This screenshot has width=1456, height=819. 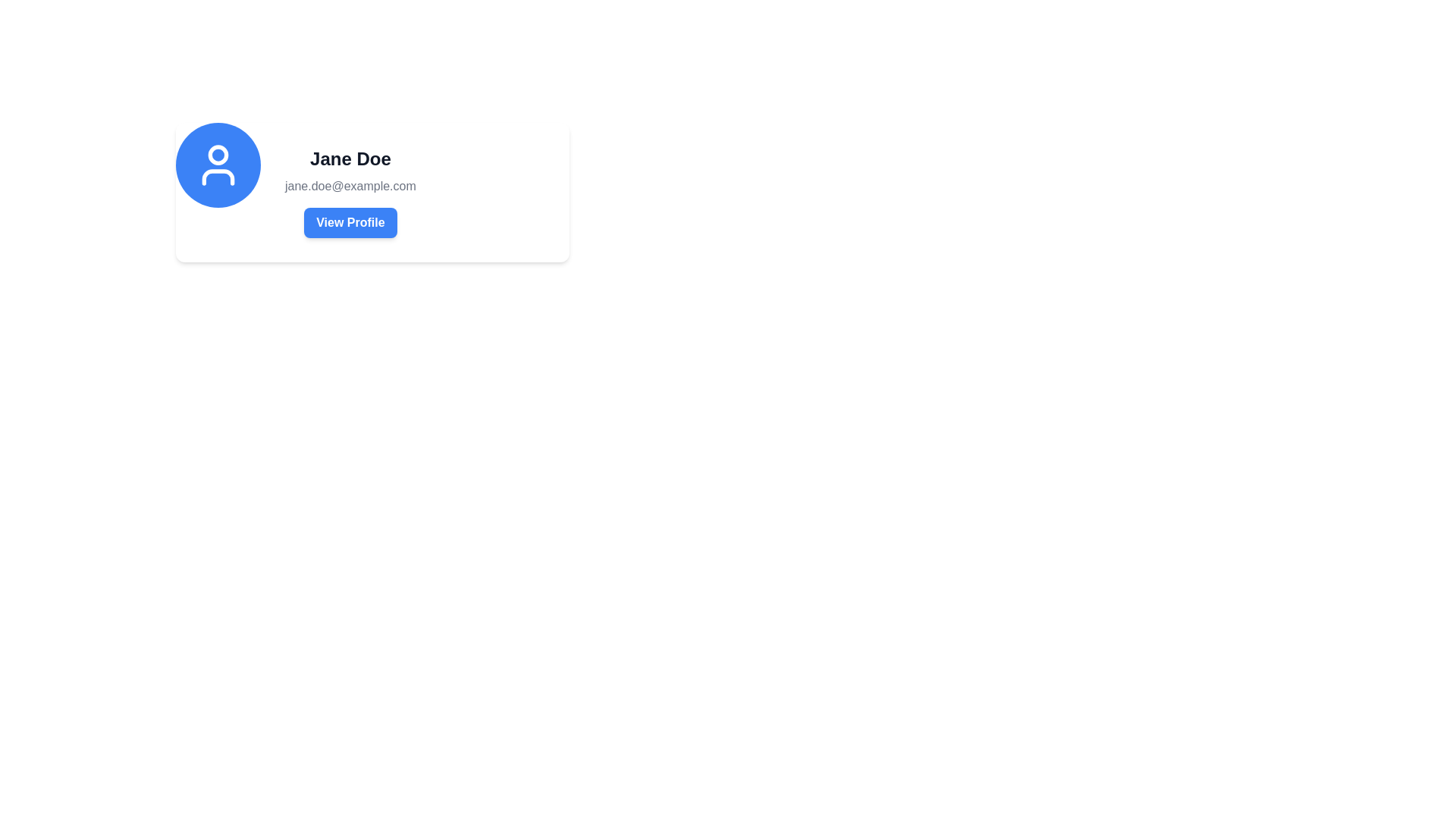 I want to click on the button located below the text elements 'Jane Doe' and 'jane.doe@example.com' in the user profile card, so click(x=350, y=222).